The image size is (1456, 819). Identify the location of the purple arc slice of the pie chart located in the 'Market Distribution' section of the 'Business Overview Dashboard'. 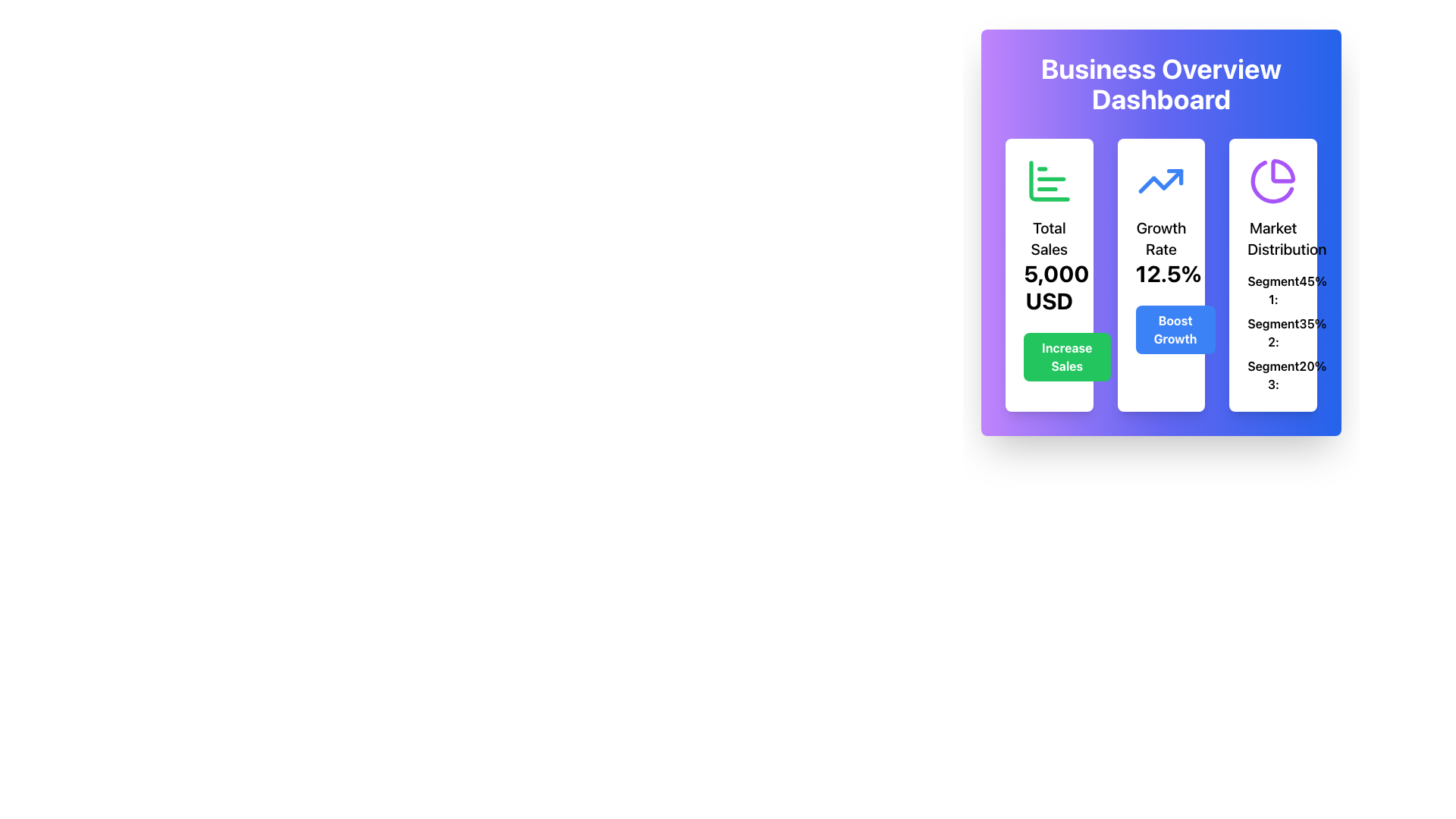
(1282, 171).